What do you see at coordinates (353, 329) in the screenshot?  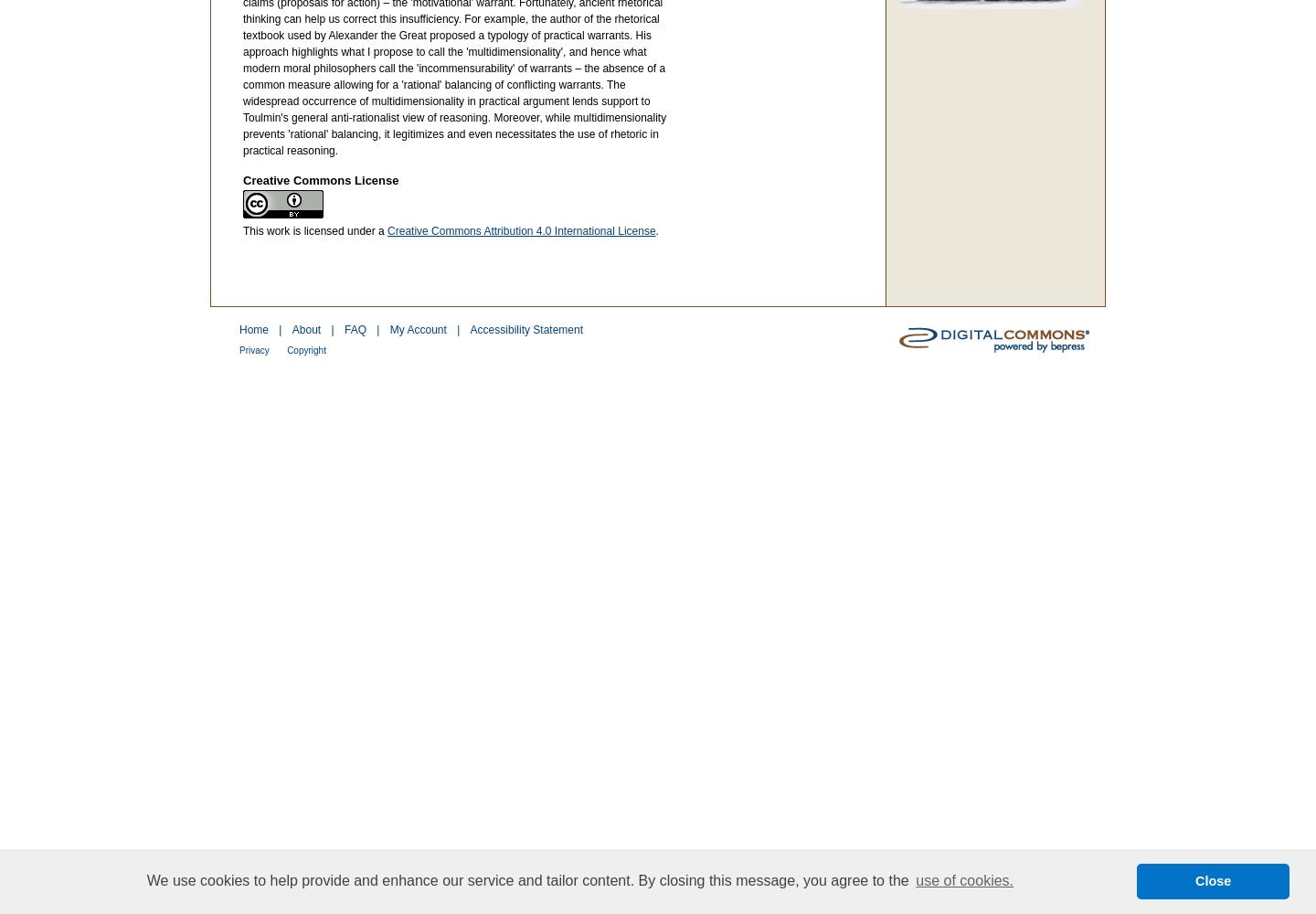 I see `'FAQ'` at bounding box center [353, 329].